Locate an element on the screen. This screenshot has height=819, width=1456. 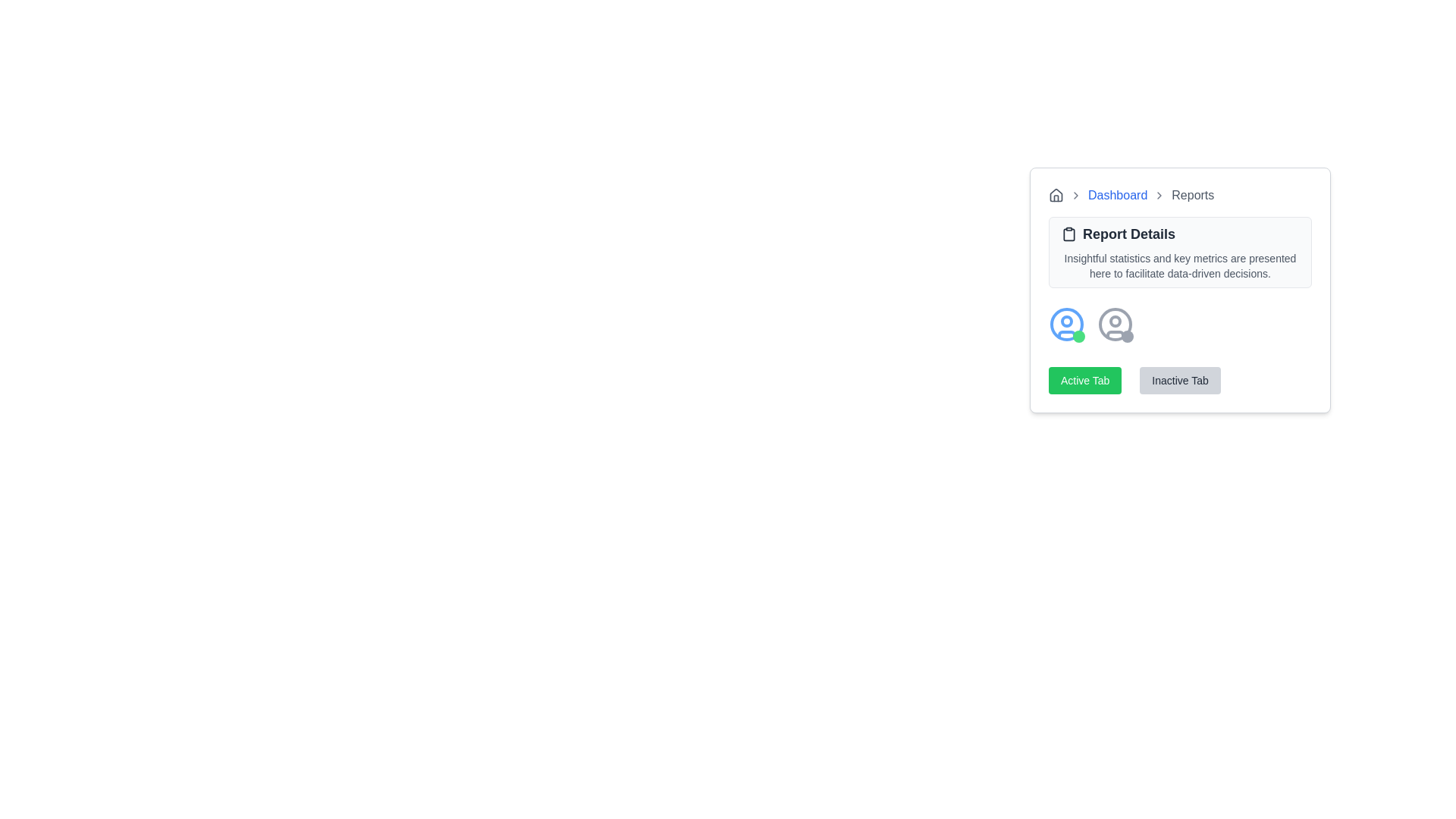
the 'Active Tab' button is located at coordinates (1084, 379).